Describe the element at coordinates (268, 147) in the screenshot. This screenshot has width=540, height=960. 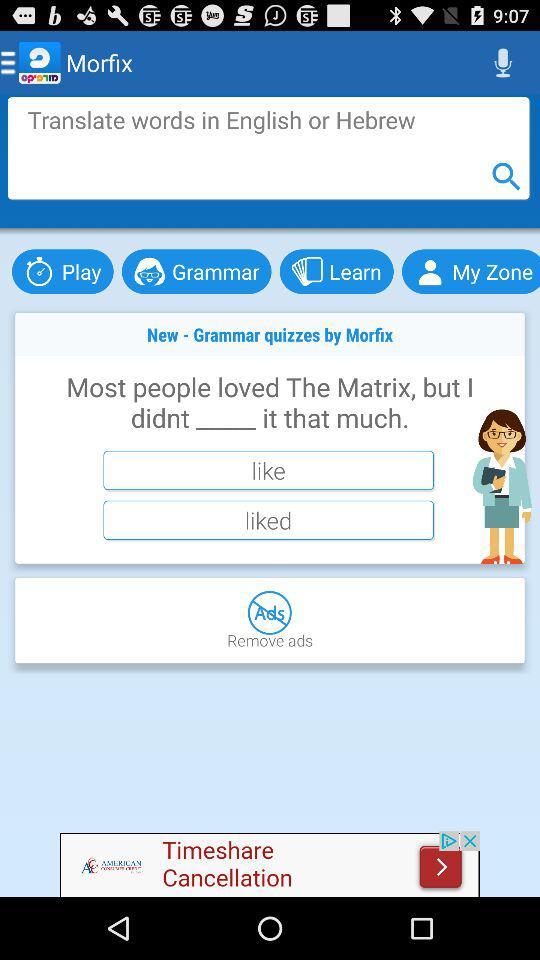
I see `advertisement` at that location.